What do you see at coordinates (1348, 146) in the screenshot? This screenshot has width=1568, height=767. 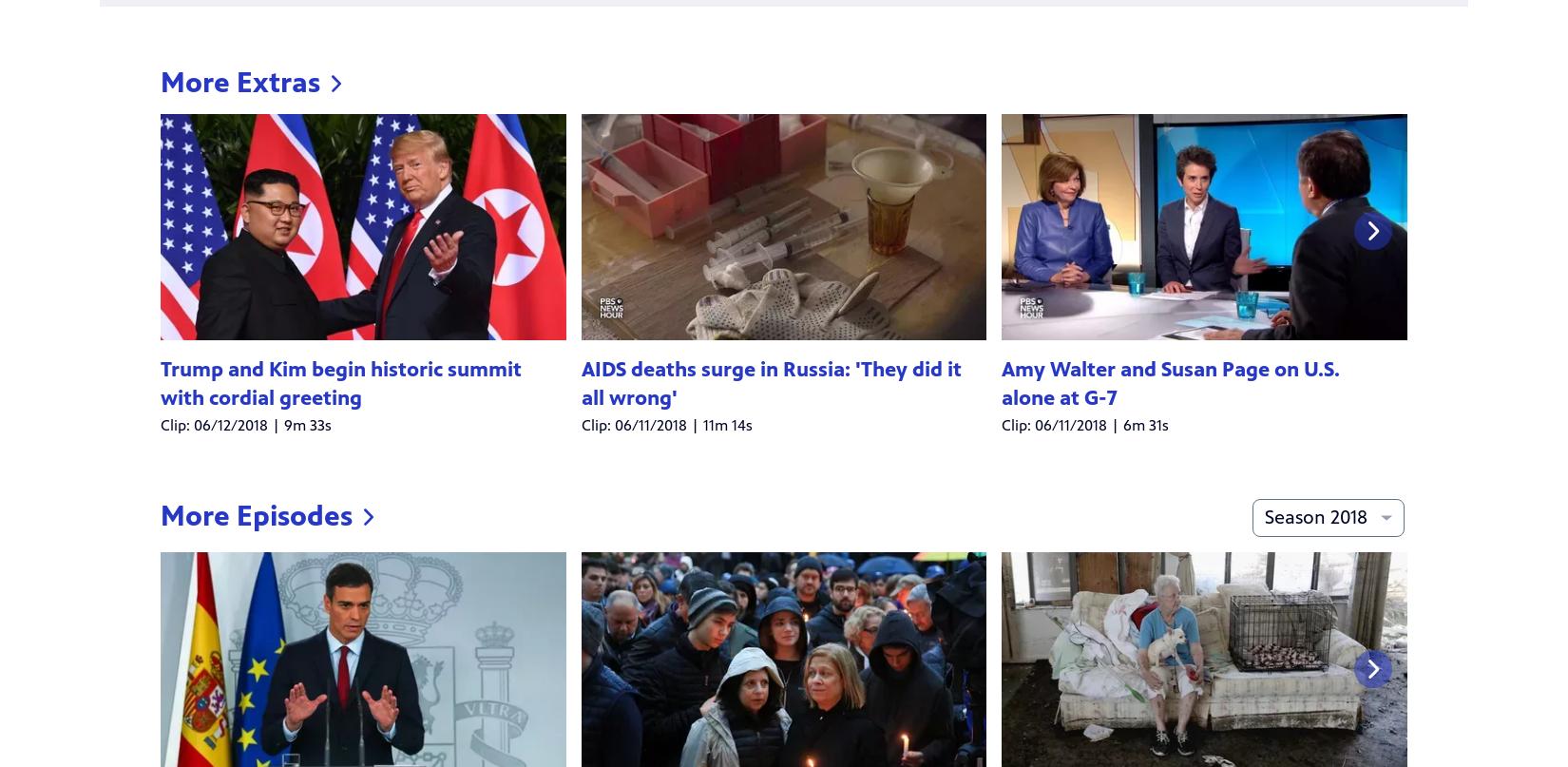 I see `'Season 2023'` at bounding box center [1348, 146].